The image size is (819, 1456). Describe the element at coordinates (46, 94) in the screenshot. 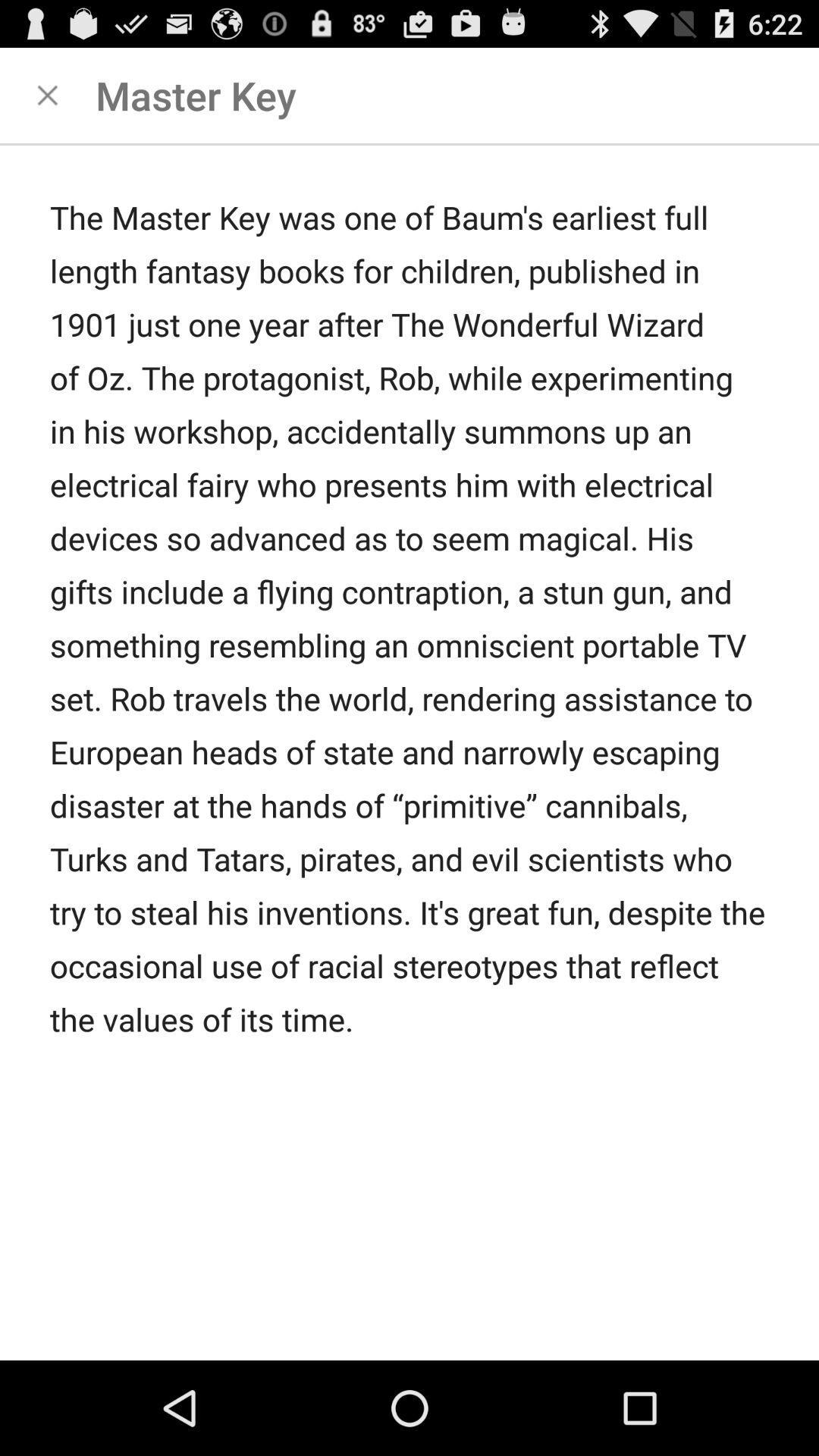

I see `item to the left of the master key icon` at that location.